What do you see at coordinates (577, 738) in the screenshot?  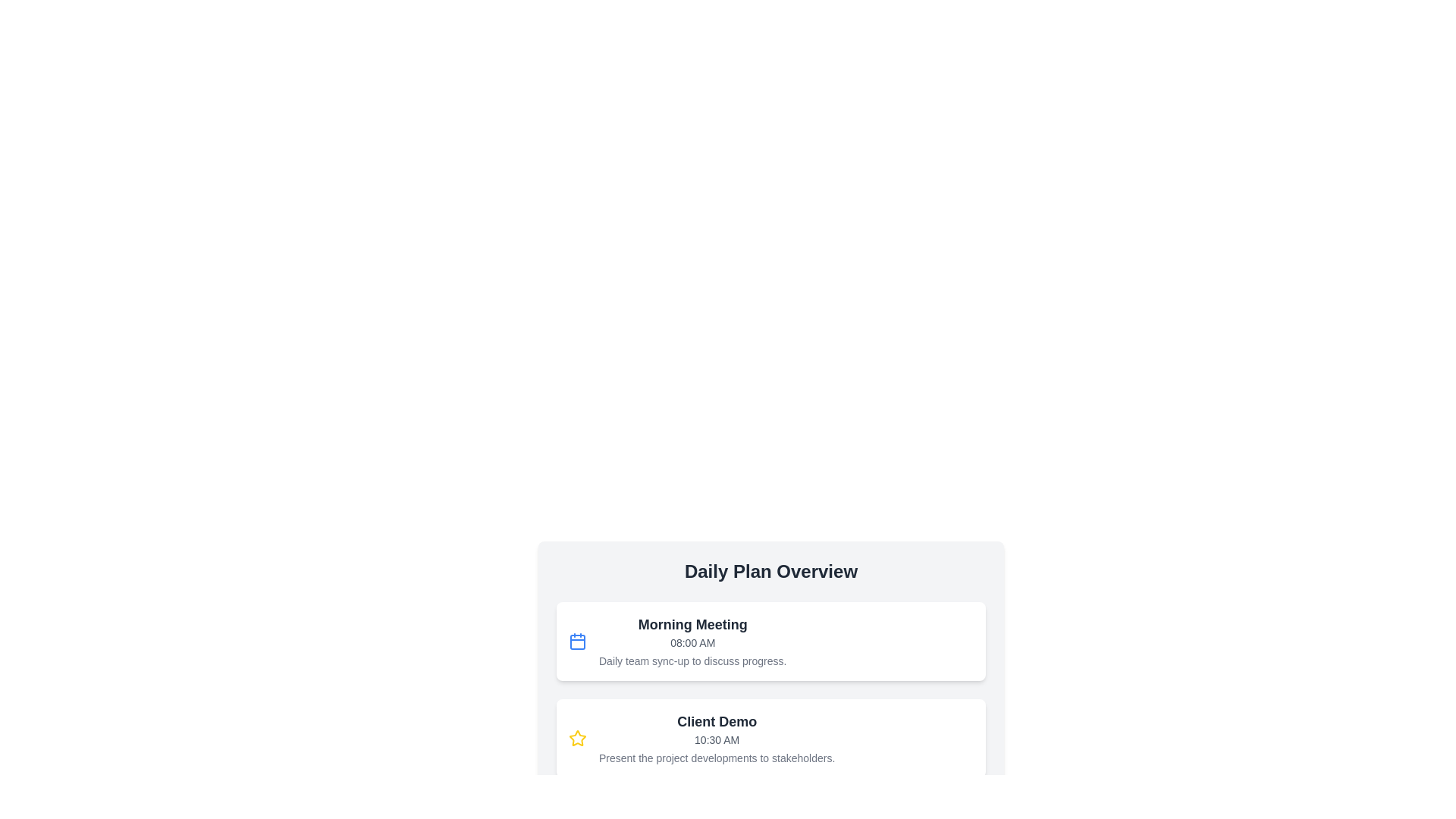 I see `the important status icon located in the top-left corner of the 'Client Demo' graphical block, which visually signifies a key aspect of the event` at bounding box center [577, 738].